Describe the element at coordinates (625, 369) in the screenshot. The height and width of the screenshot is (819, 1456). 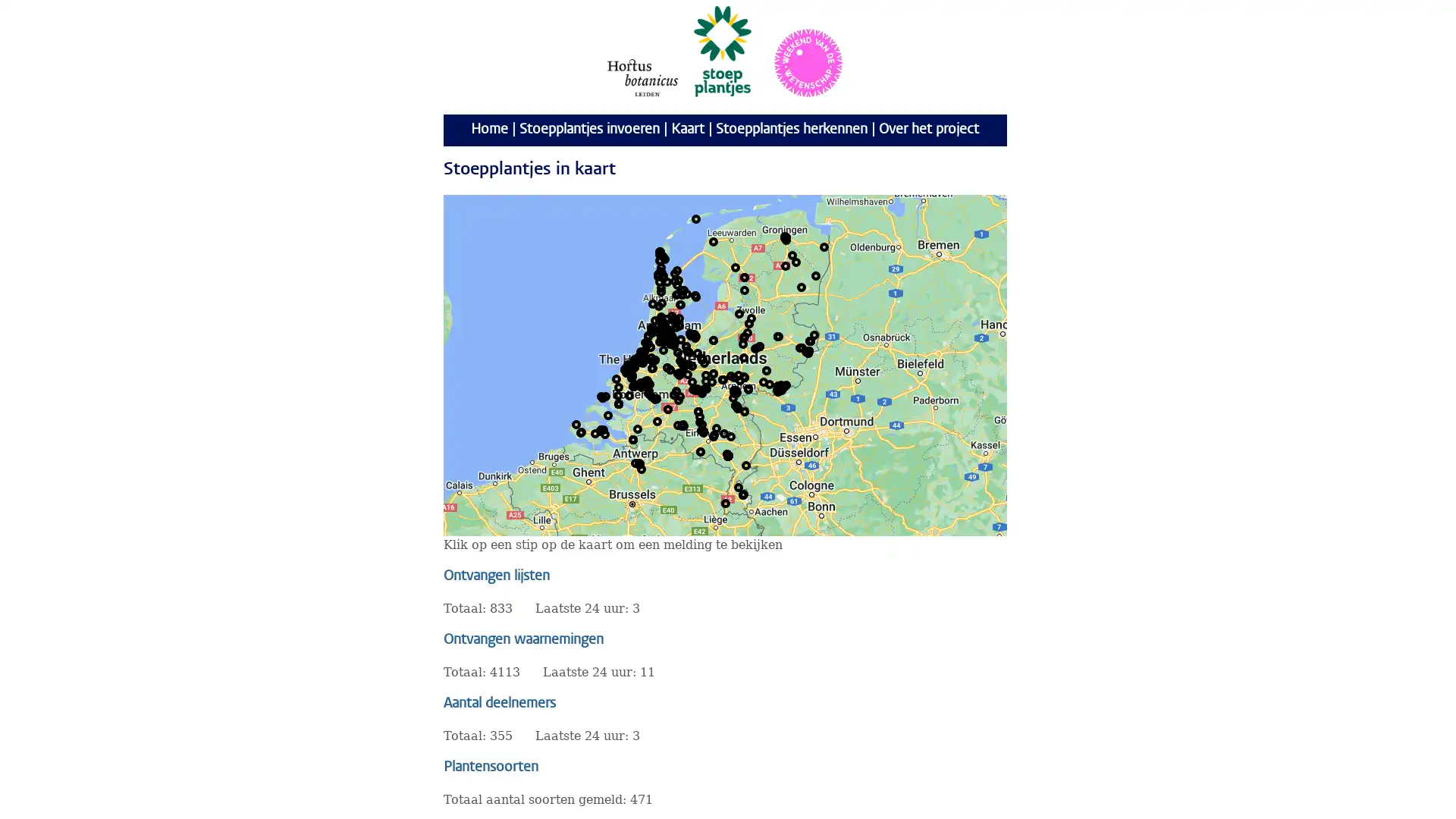
I see `Telling van 76 op 17 oktober 2021` at that location.